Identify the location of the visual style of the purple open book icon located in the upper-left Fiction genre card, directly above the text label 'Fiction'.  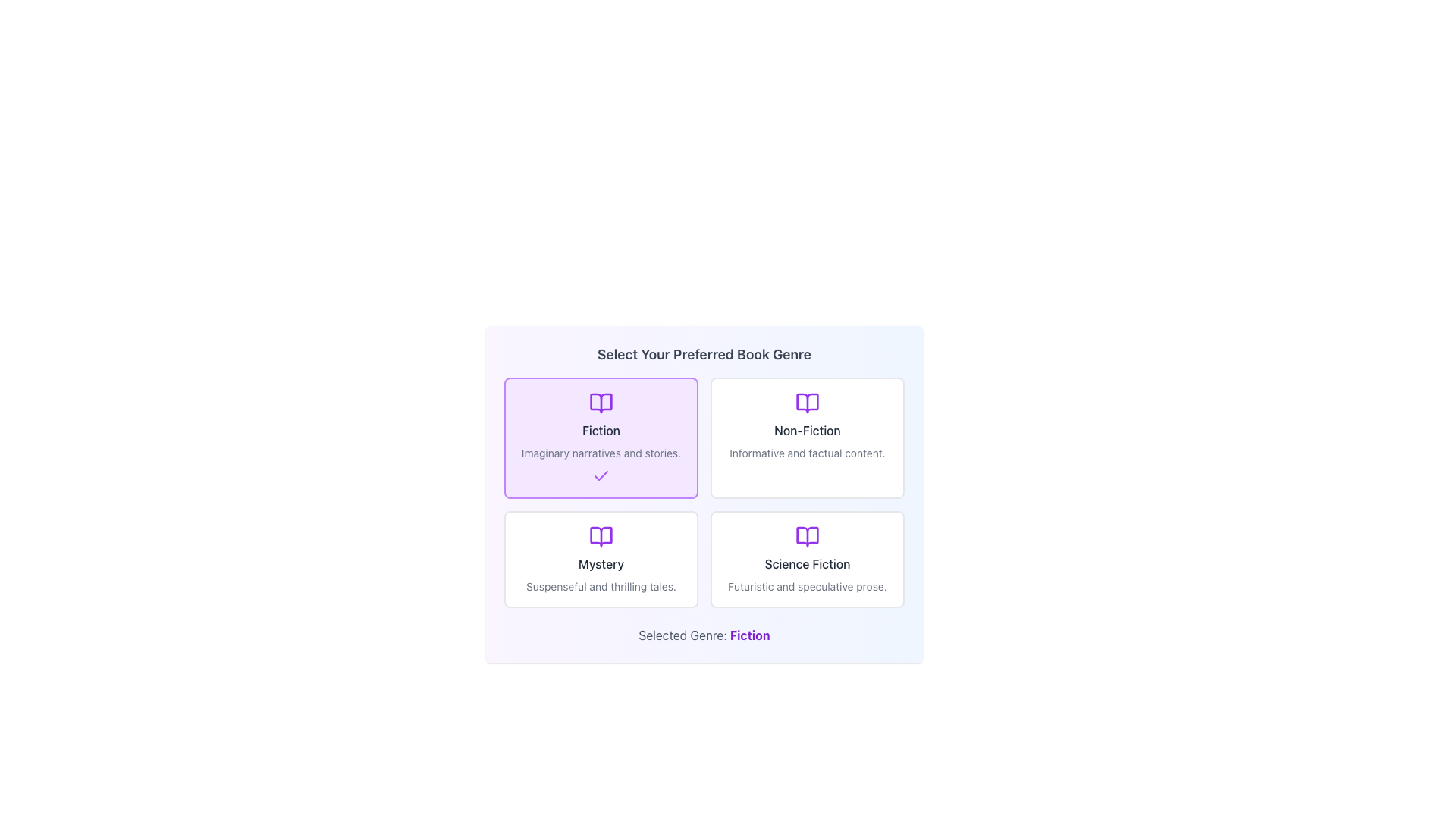
(600, 403).